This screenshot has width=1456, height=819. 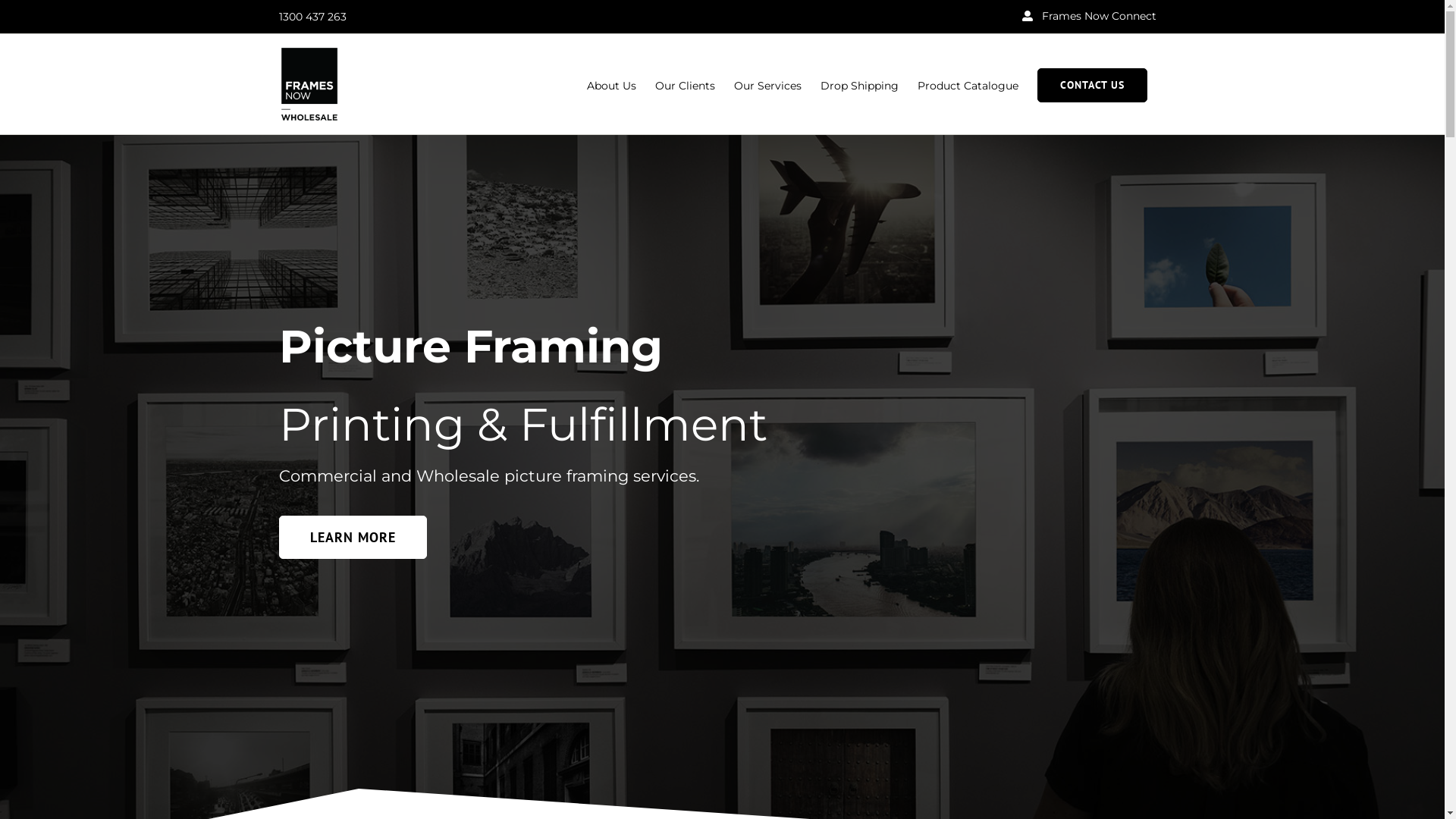 I want to click on 'Product Catalogue', so click(x=967, y=84).